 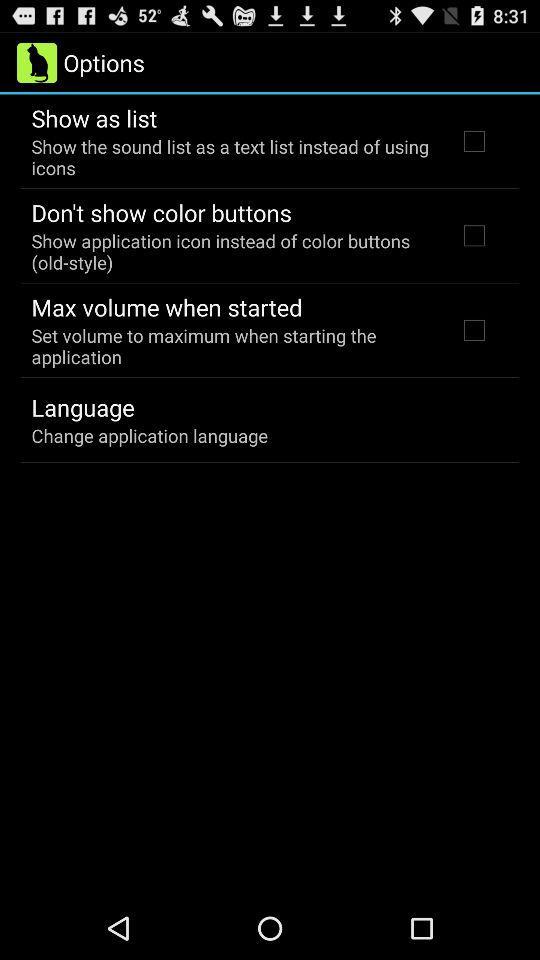 What do you see at coordinates (230, 156) in the screenshot?
I see `the show the sound` at bounding box center [230, 156].